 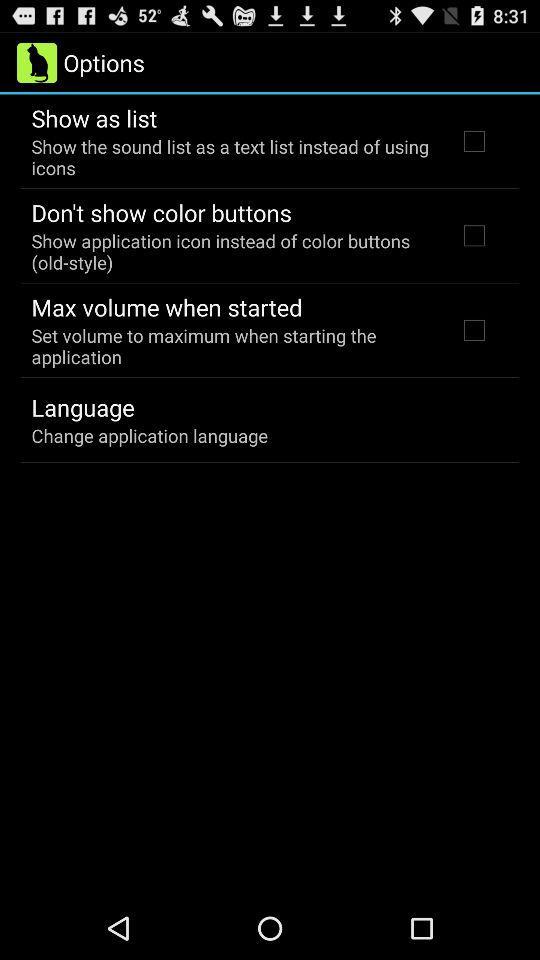 What do you see at coordinates (230, 156) in the screenshot?
I see `the show the sound` at bounding box center [230, 156].